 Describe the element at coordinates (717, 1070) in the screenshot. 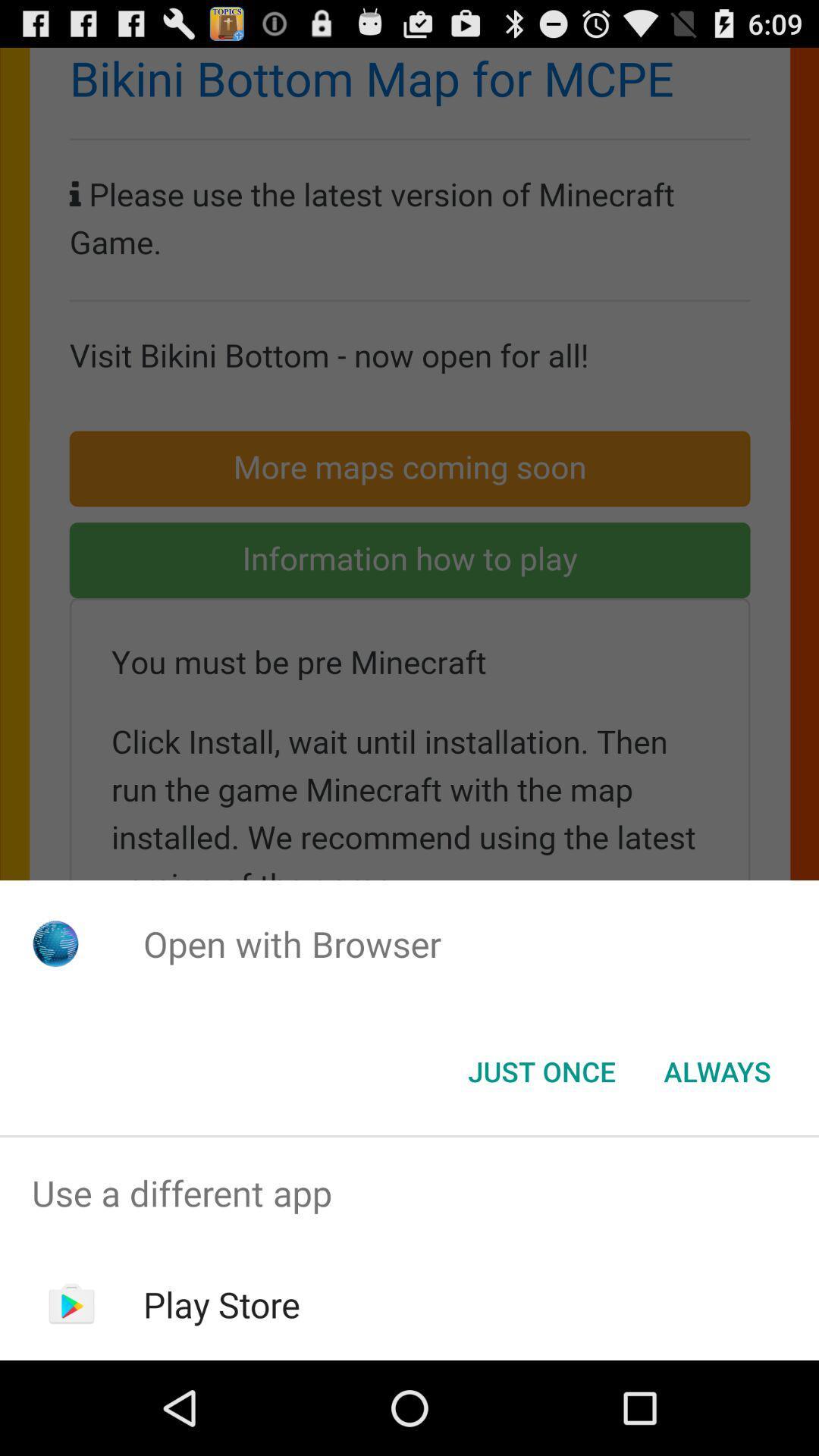

I see `icon to the right of just once item` at that location.